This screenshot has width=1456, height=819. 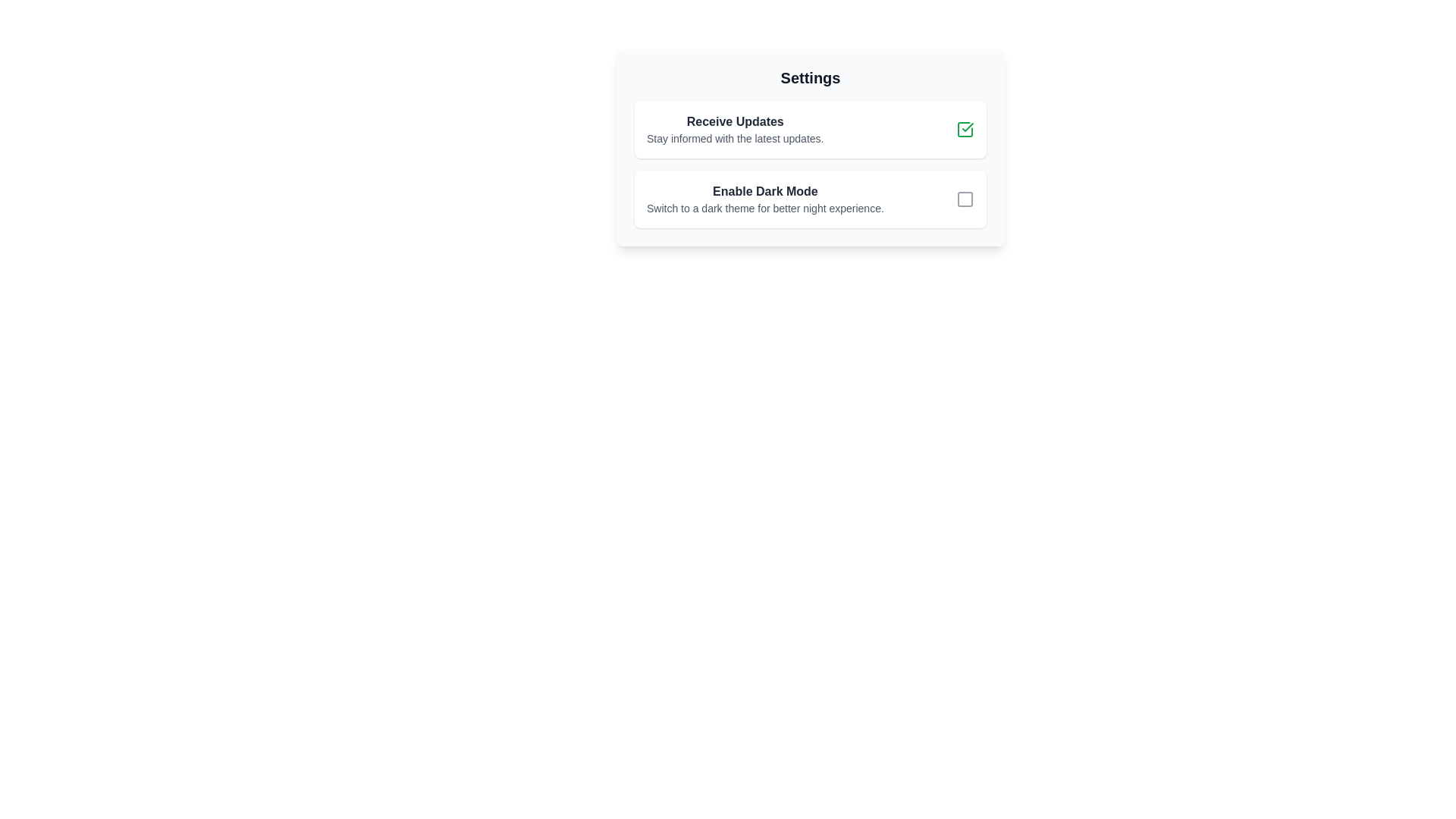 What do you see at coordinates (810, 198) in the screenshot?
I see `the checkbox in the settings panel` at bounding box center [810, 198].